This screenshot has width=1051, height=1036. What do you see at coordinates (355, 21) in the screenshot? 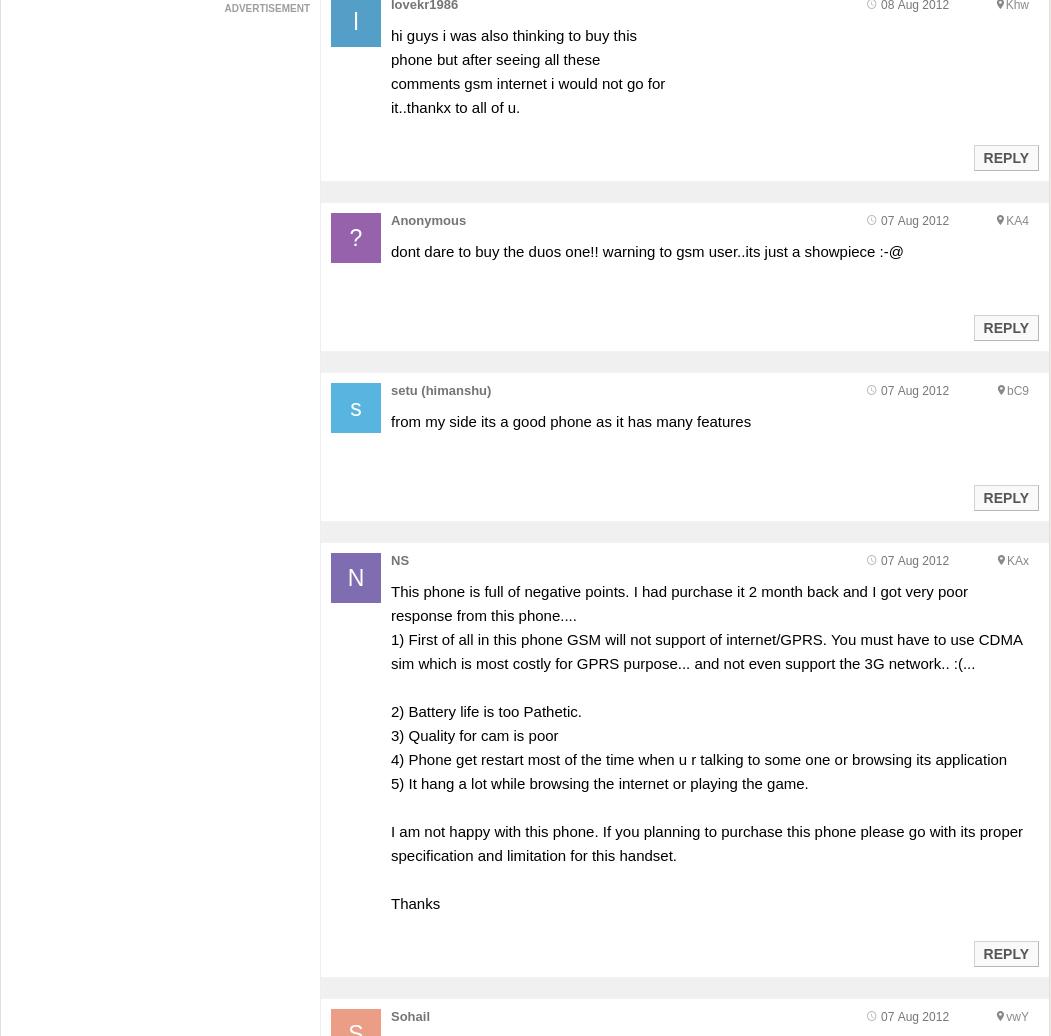
I see `'l'` at bounding box center [355, 21].